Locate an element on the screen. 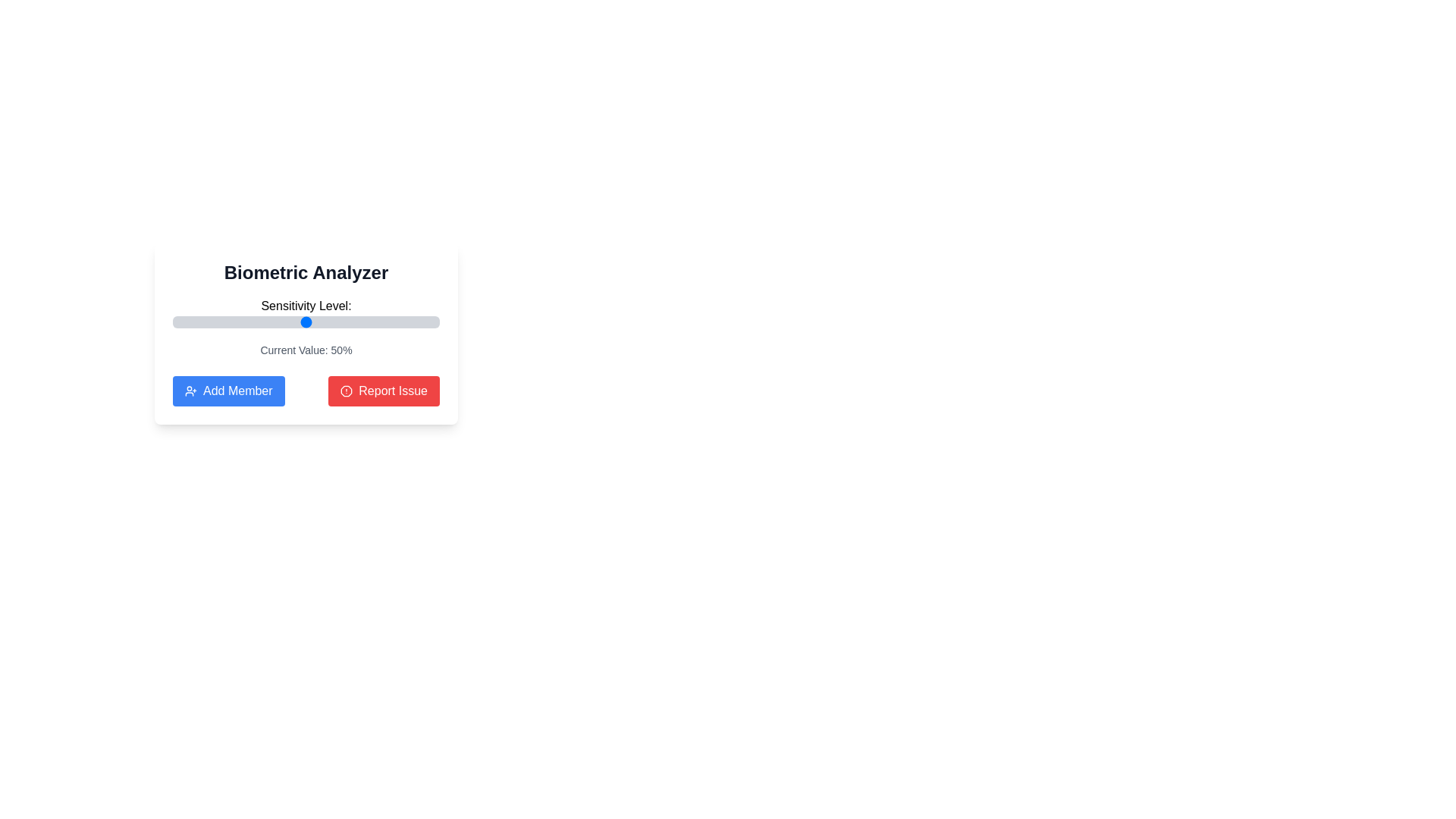  the octagonal alert icon within the 'Report Issue' button is located at coordinates (346, 391).